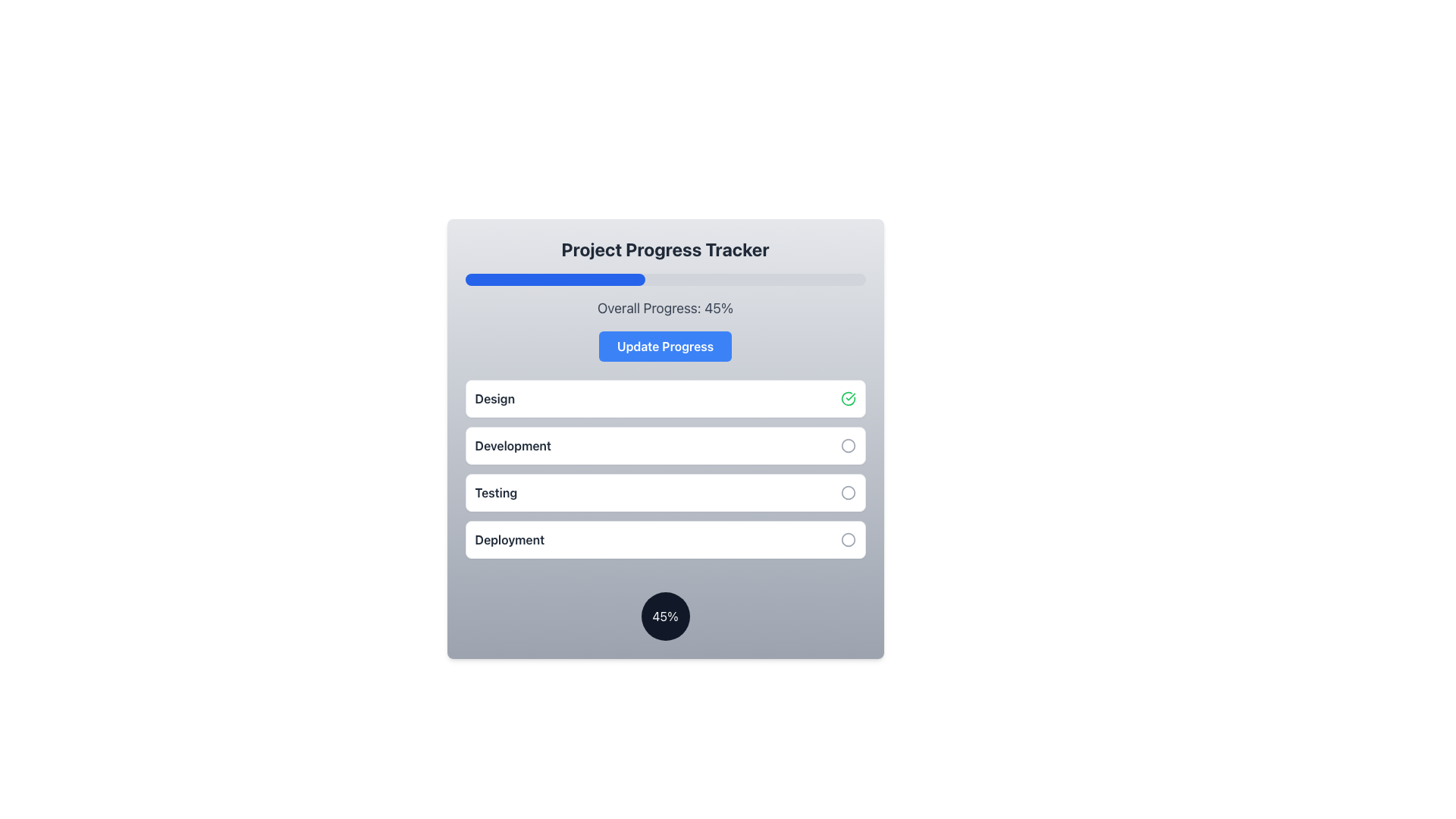 This screenshot has width=1456, height=819. I want to click on the Circular SVG icon with a gray outline located to the right of the 'Development' label in the project status list, so click(847, 444).